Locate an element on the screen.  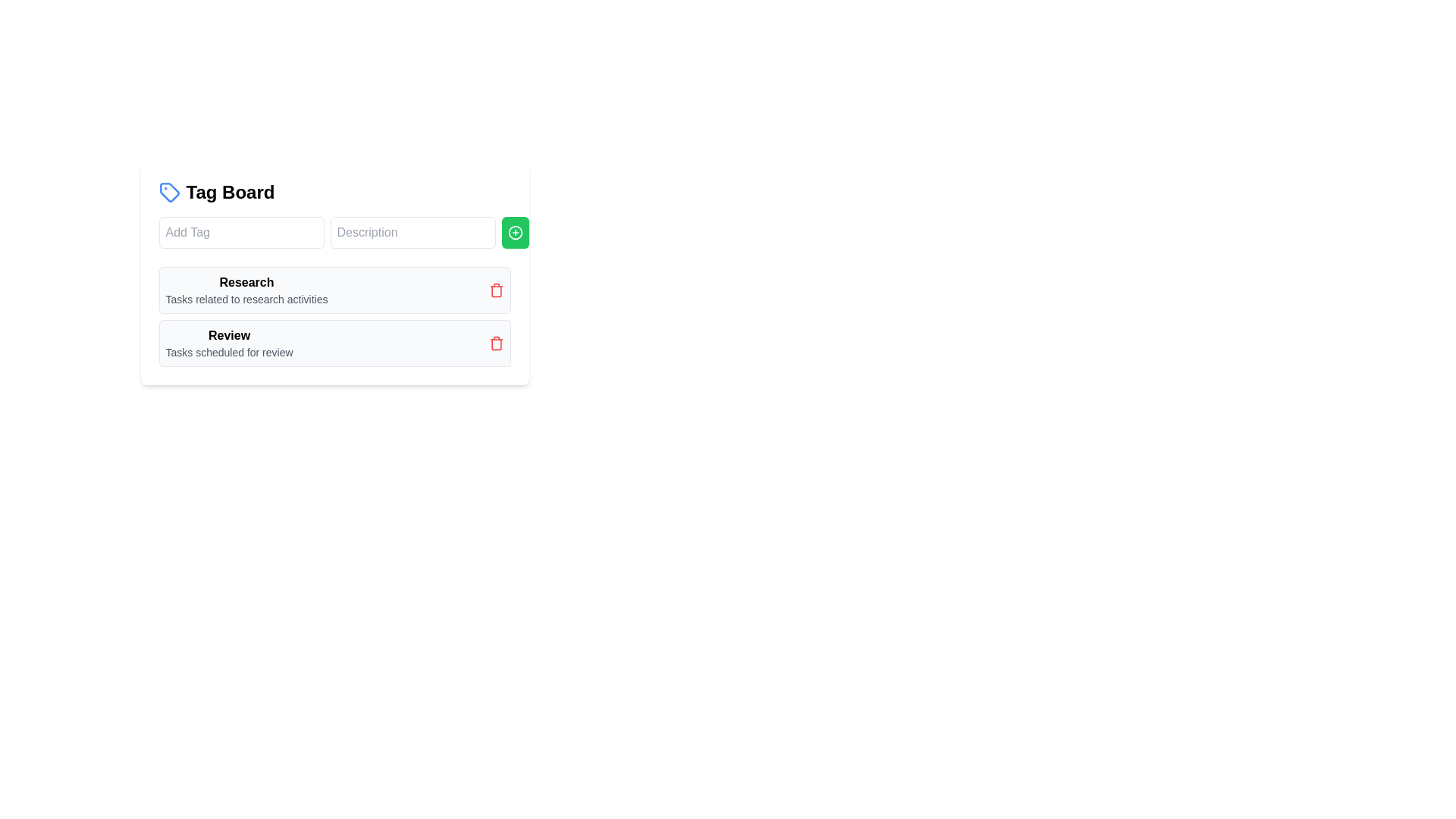
the 'Add Tag' button is located at coordinates (515, 233).